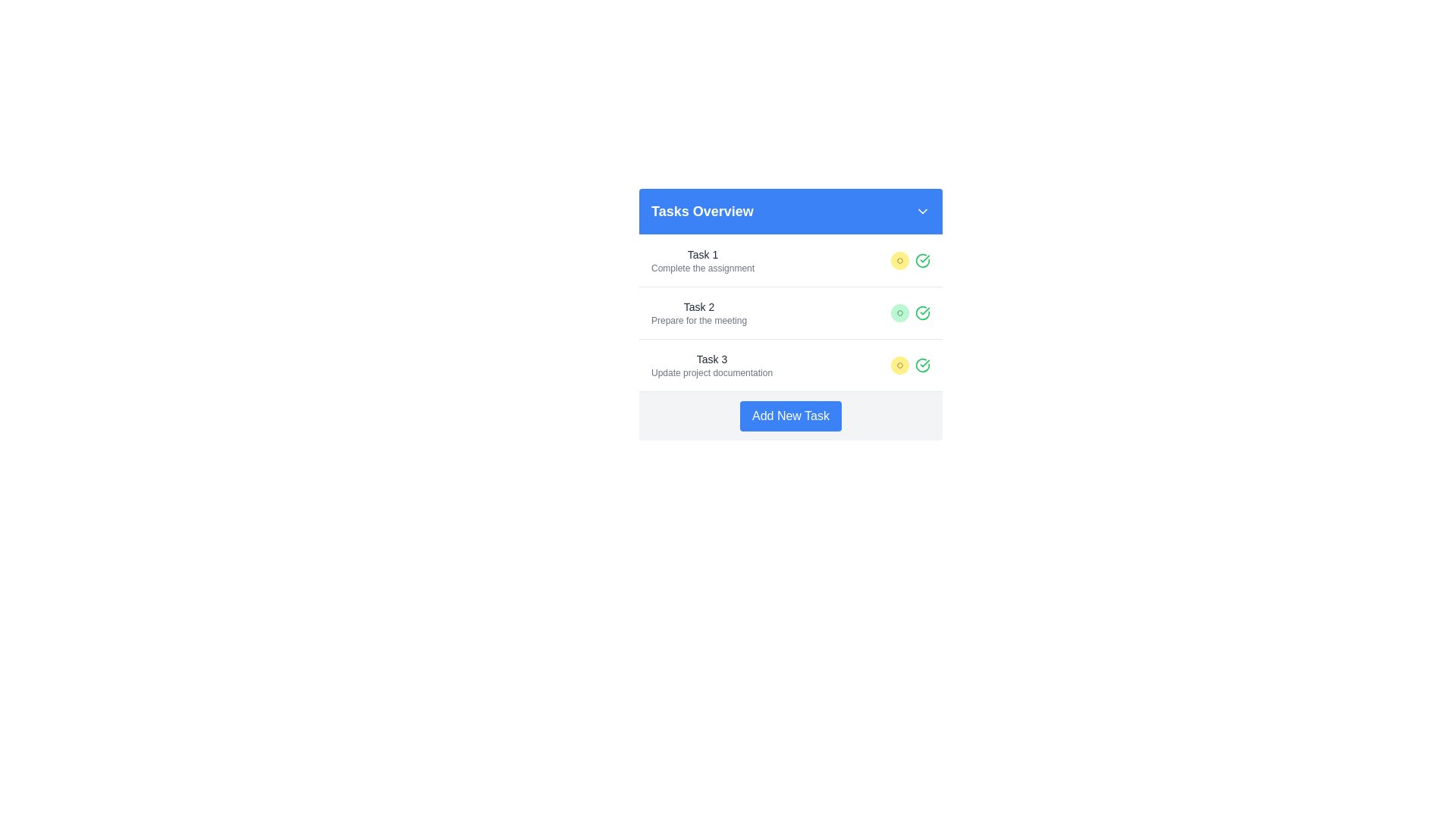 This screenshot has width=1456, height=819. Describe the element at coordinates (711, 366) in the screenshot. I see `task information displayed in the text block with a title and subtitle, located in the third row of the task list under the 'Tasks Overview' header` at that location.